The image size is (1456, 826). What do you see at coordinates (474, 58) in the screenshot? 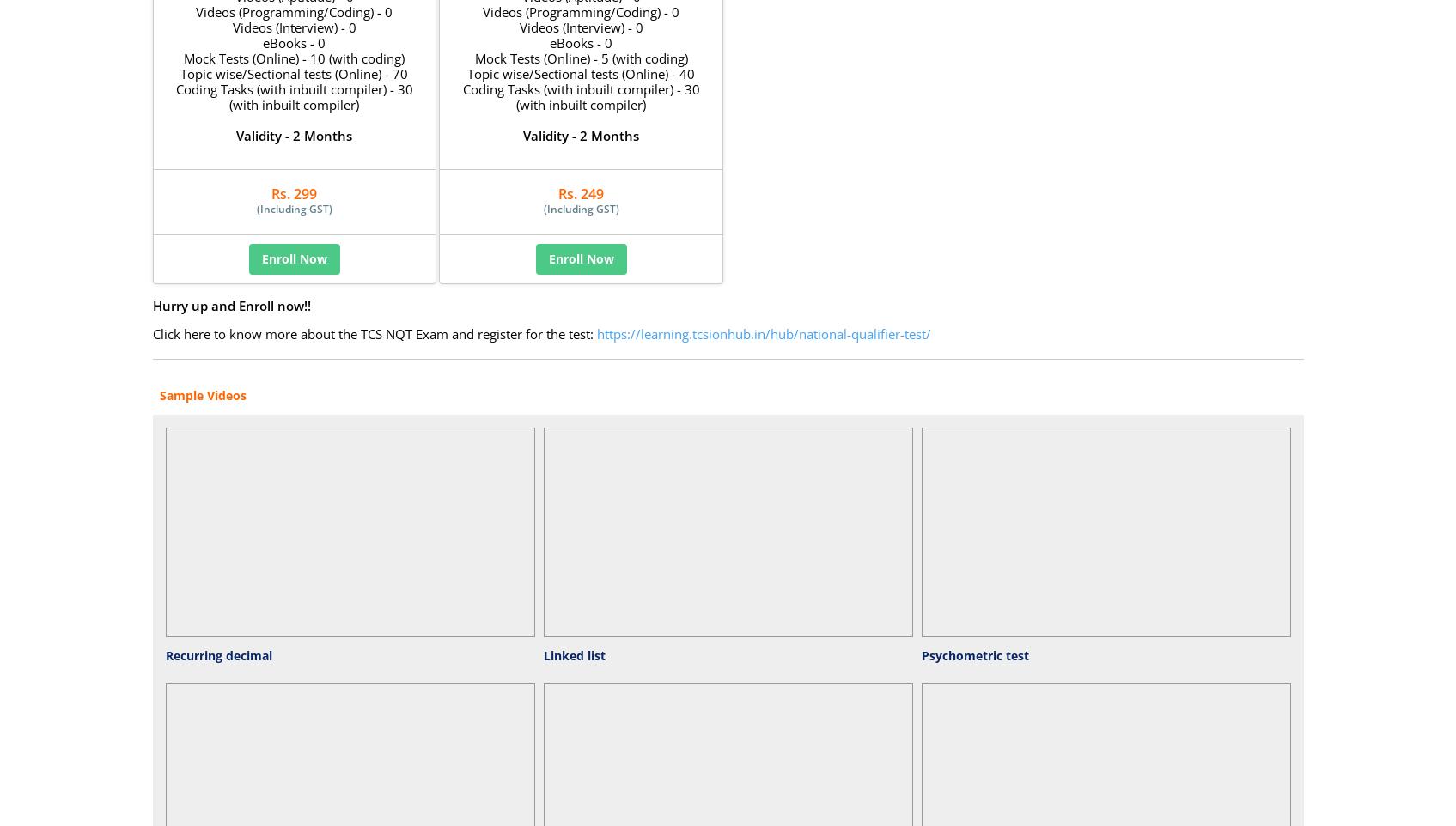
I see `'Mock Tests (Online) - 5 (with coding)'` at bounding box center [474, 58].